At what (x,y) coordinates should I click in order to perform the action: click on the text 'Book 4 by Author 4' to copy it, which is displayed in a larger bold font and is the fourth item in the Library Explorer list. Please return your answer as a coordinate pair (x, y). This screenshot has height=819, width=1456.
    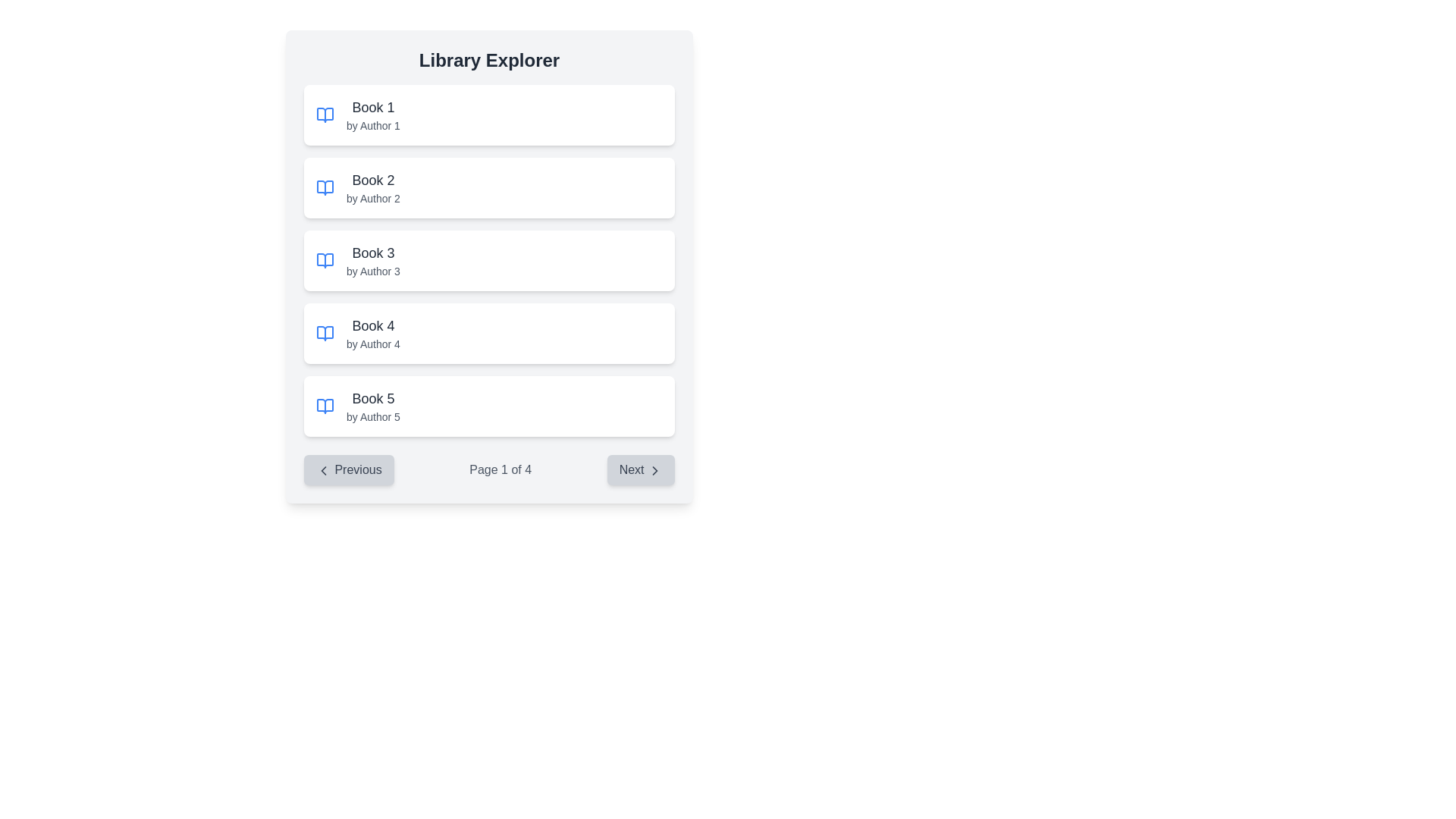
    Looking at the image, I should click on (373, 332).